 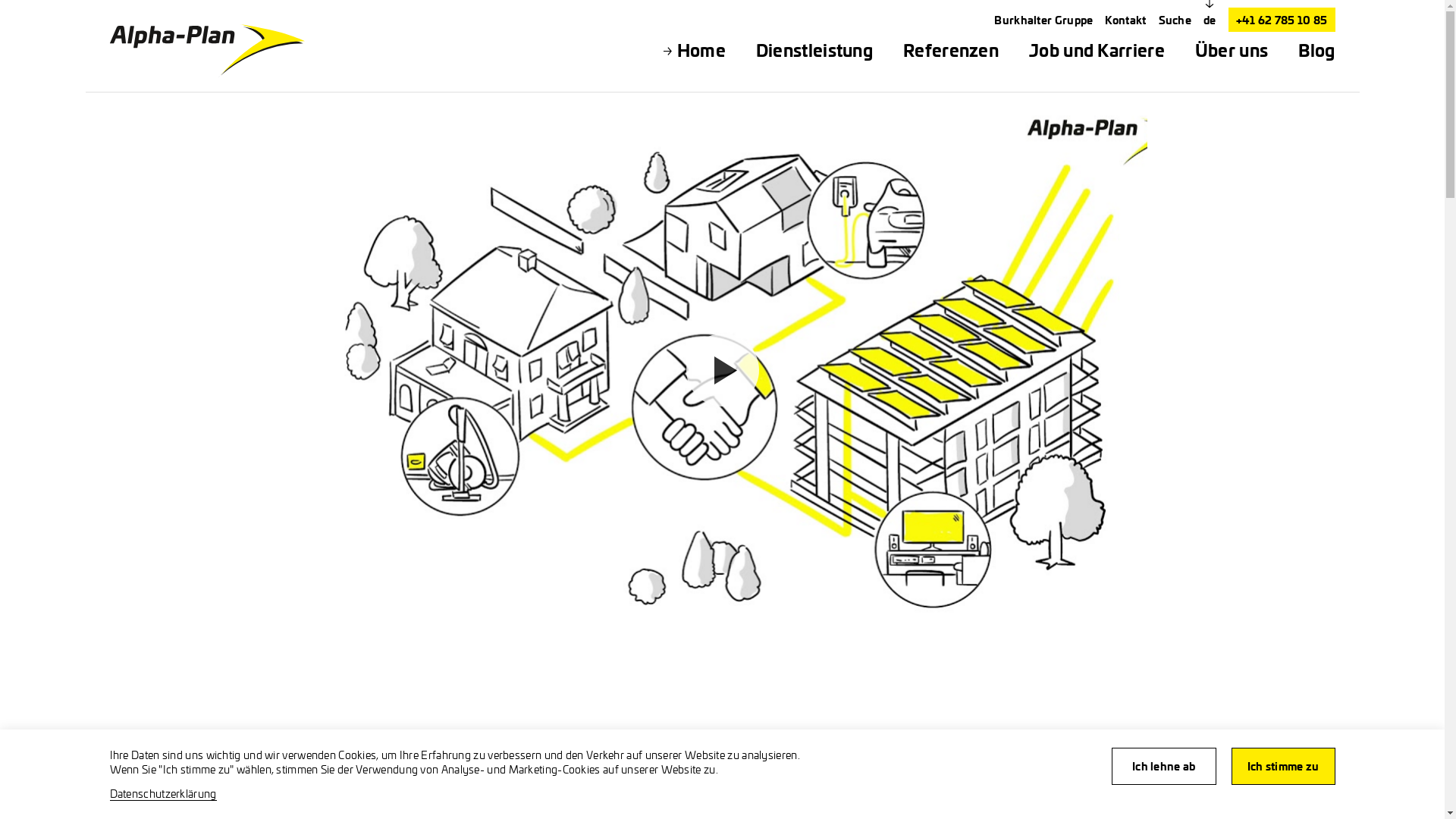 What do you see at coordinates (1163, 766) in the screenshot?
I see `'Ich lehne ab'` at bounding box center [1163, 766].